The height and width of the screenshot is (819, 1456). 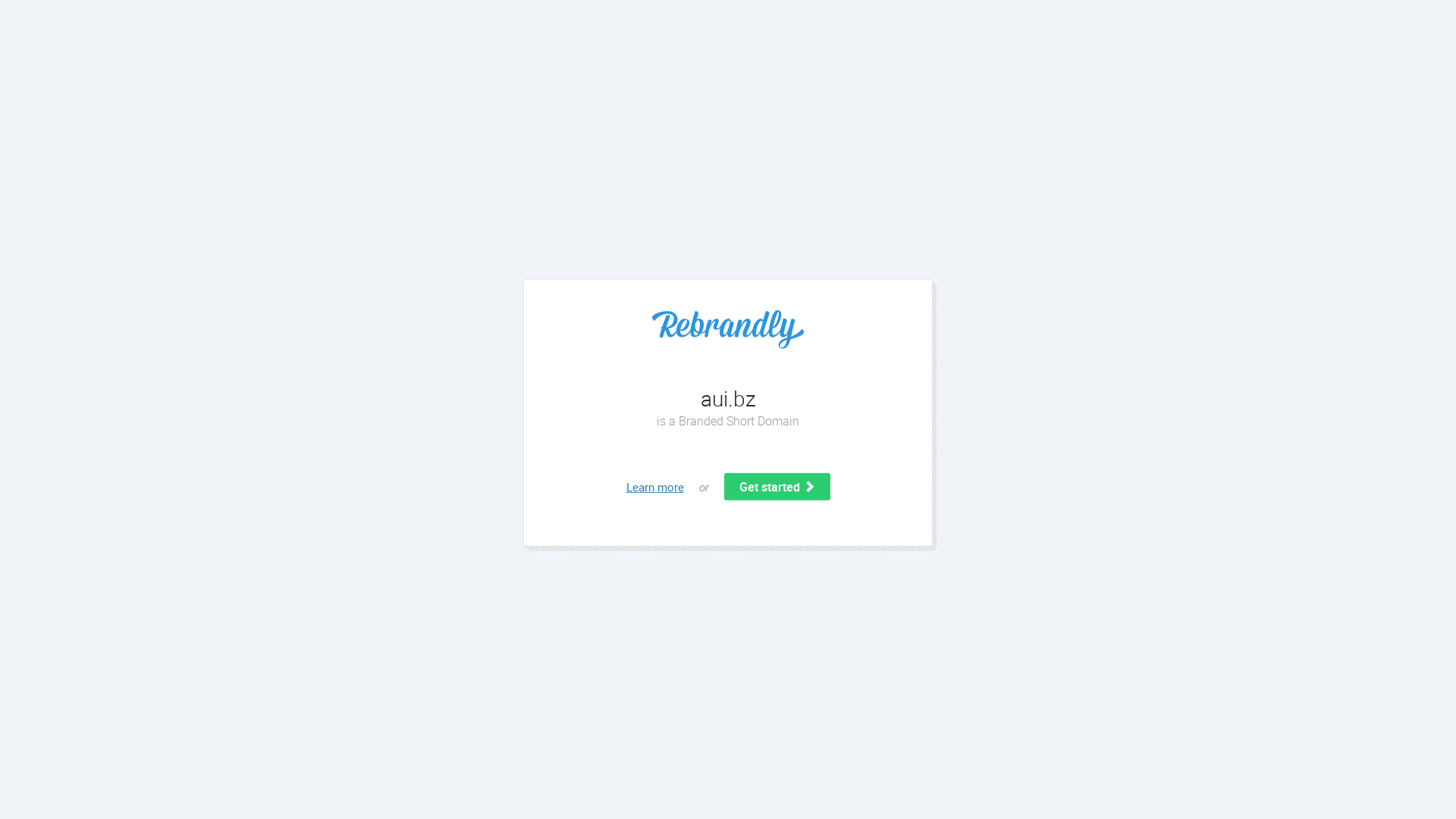 What do you see at coordinates (723, 486) in the screenshot?
I see `'Get started'` at bounding box center [723, 486].